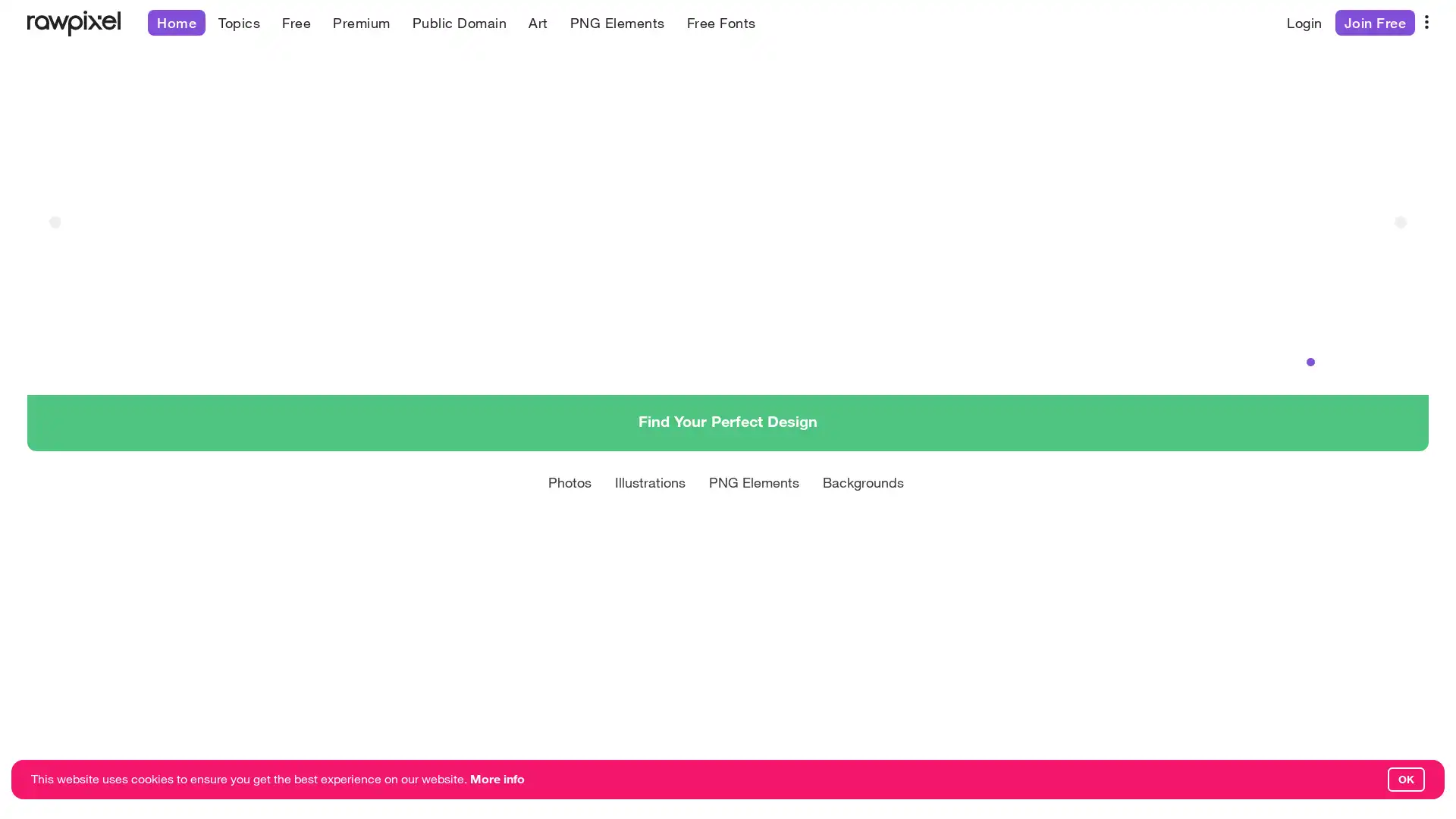 Image resolution: width=1456 pixels, height=819 pixels. What do you see at coordinates (863, 516) in the screenshot?
I see `Backgrounds` at bounding box center [863, 516].